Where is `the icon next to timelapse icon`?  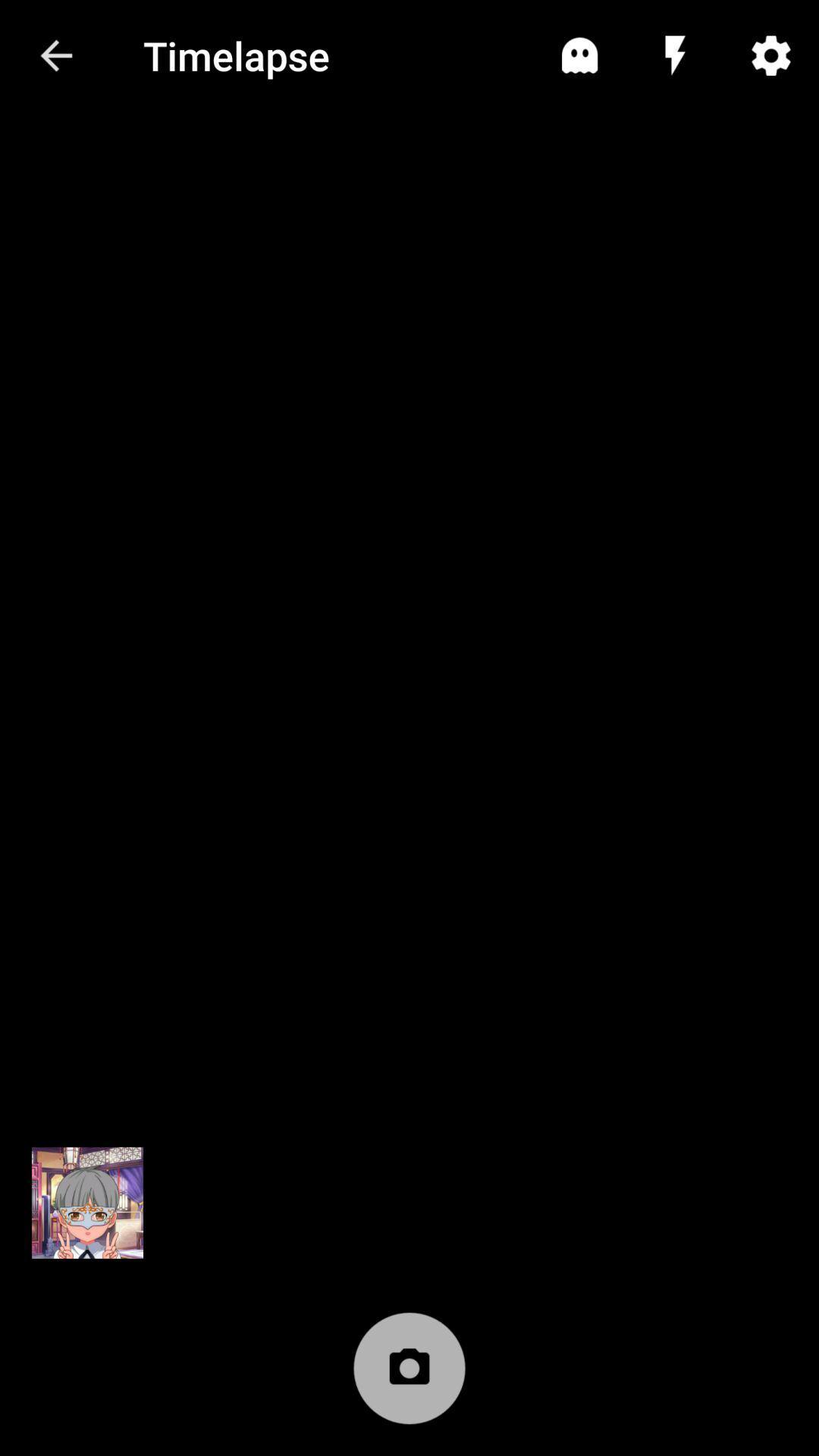
the icon next to timelapse icon is located at coordinates (579, 55).